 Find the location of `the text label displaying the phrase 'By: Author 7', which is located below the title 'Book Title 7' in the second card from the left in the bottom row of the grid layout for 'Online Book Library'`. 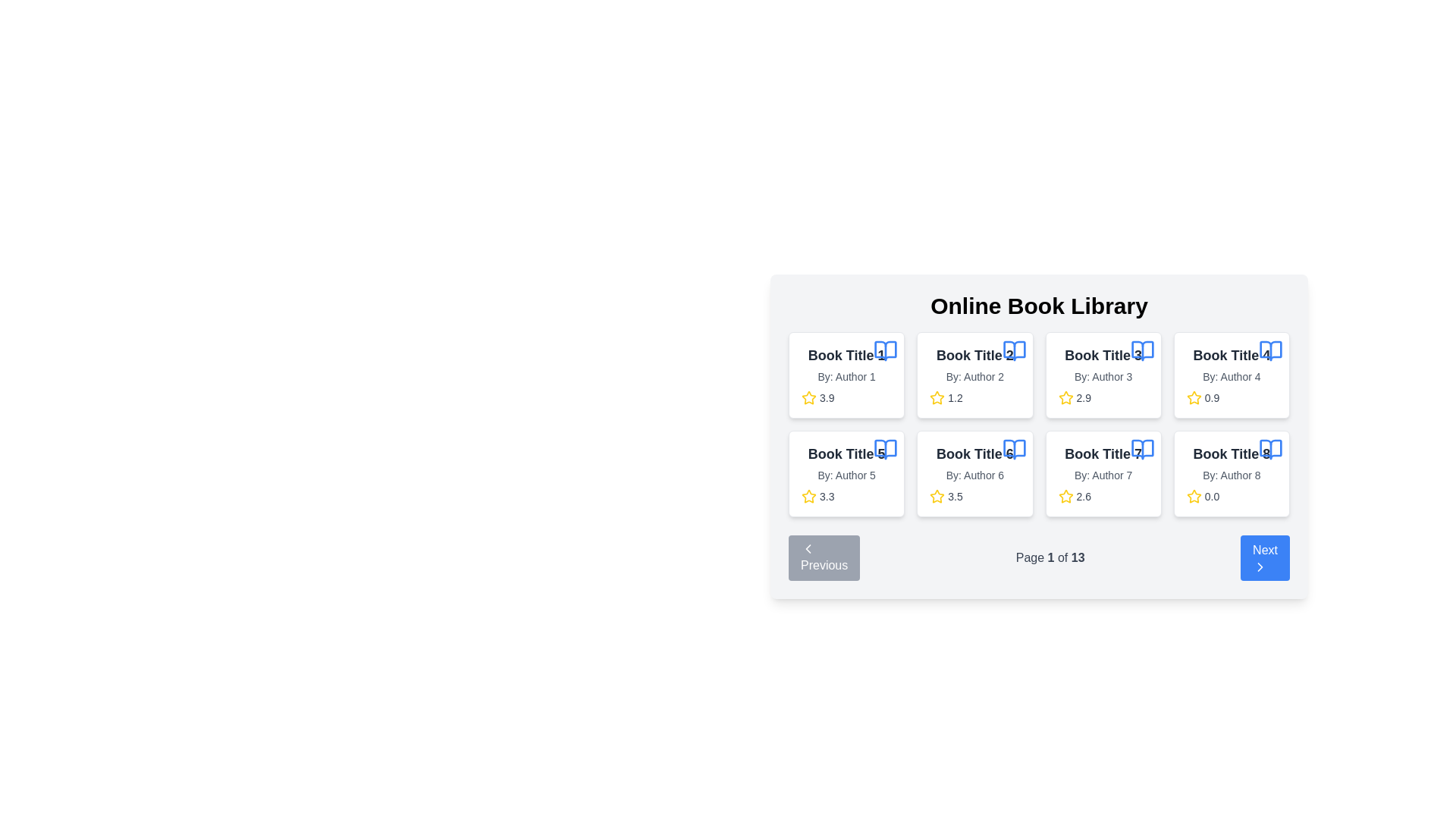

the text label displaying the phrase 'By: Author 7', which is located below the title 'Book Title 7' in the second card from the left in the bottom row of the grid layout for 'Online Book Library' is located at coordinates (1103, 475).